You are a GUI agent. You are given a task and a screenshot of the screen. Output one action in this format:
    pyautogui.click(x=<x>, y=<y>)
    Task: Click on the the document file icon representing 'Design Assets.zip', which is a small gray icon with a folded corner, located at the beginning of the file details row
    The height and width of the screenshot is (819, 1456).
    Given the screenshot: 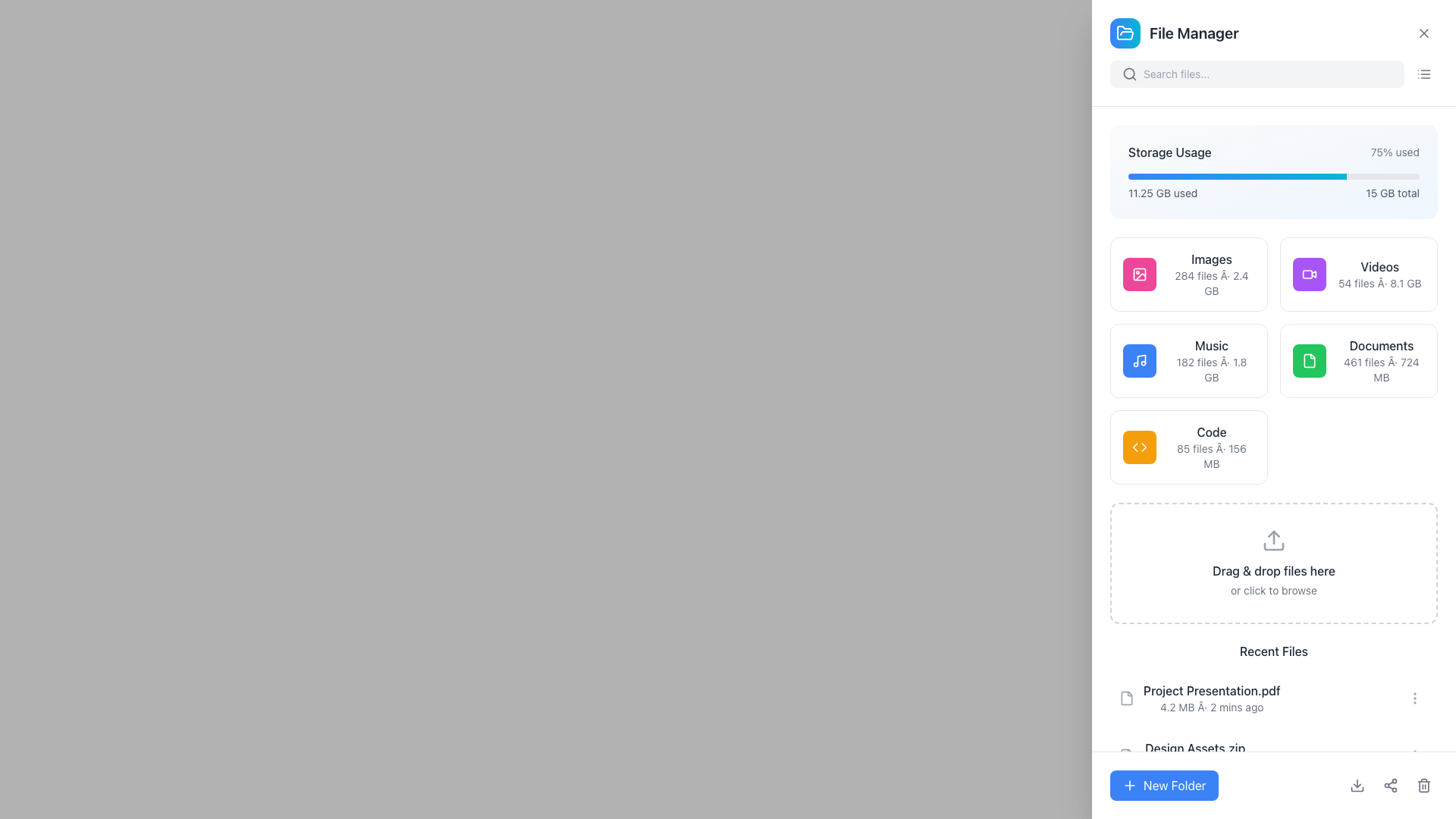 What is the action you would take?
    pyautogui.click(x=1127, y=755)
    